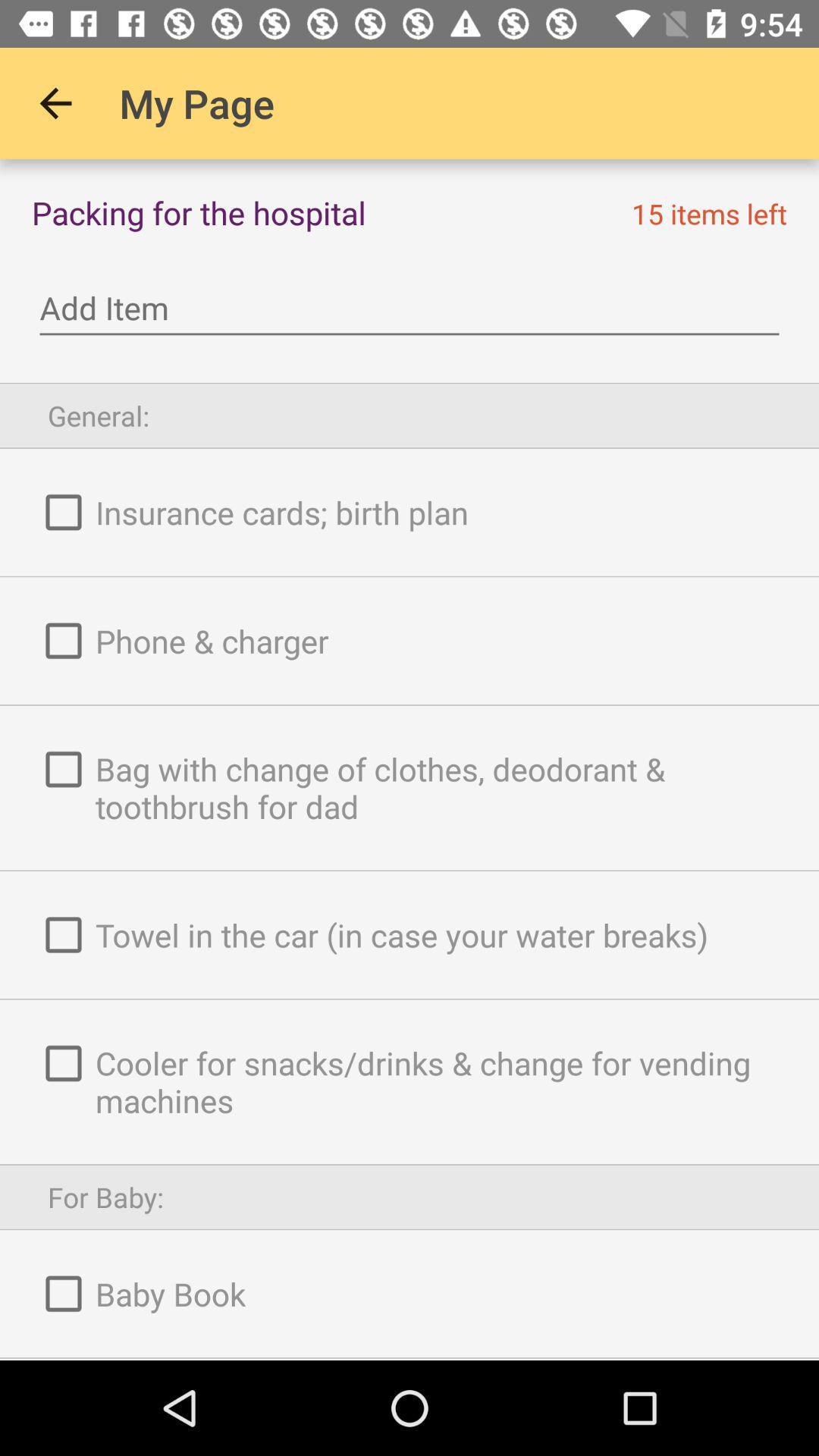 This screenshot has width=819, height=1456. What do you see at coordinates (55, 102) in the screenshot?
I see `icon next to the my page` at bounding box center [55, 102].